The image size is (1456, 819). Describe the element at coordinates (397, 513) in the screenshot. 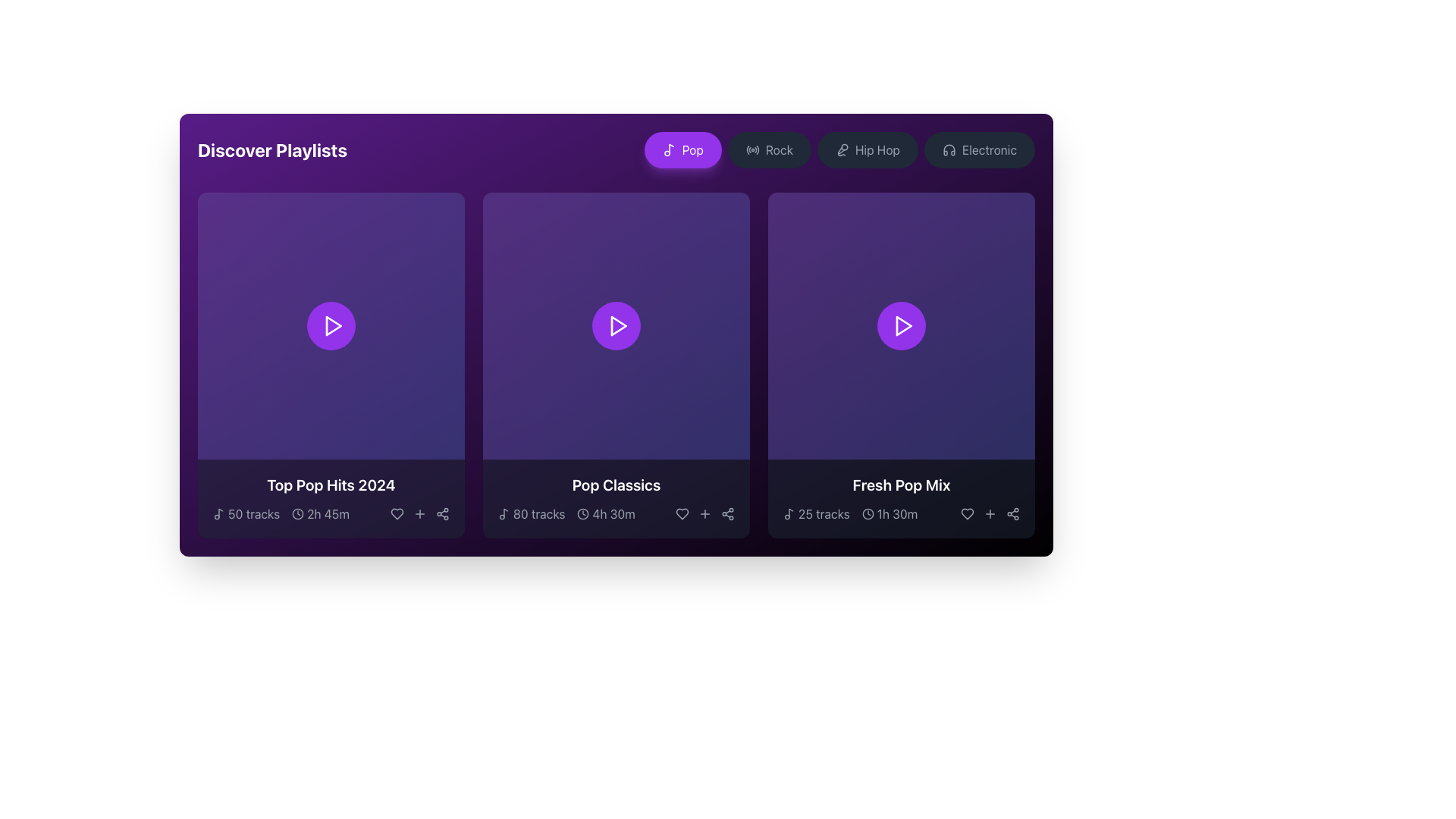

I see `the heart-shaped icon button located within the 'Top Pop Hits 2024' playlist card` at that location.